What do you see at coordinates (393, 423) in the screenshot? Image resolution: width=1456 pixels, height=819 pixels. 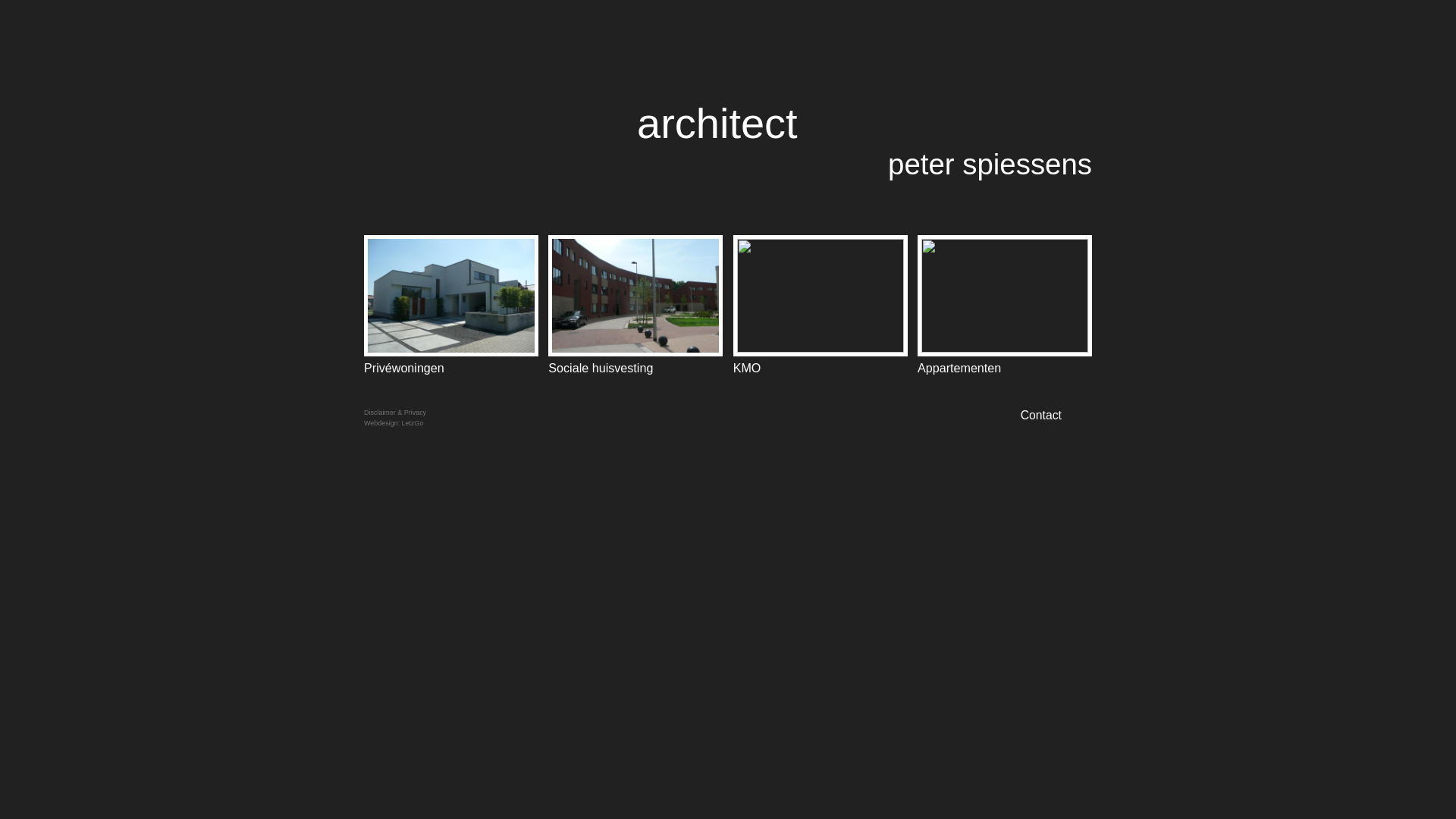 I see `'Webdesign: LetzGo'` at bounding box center [393, 423].